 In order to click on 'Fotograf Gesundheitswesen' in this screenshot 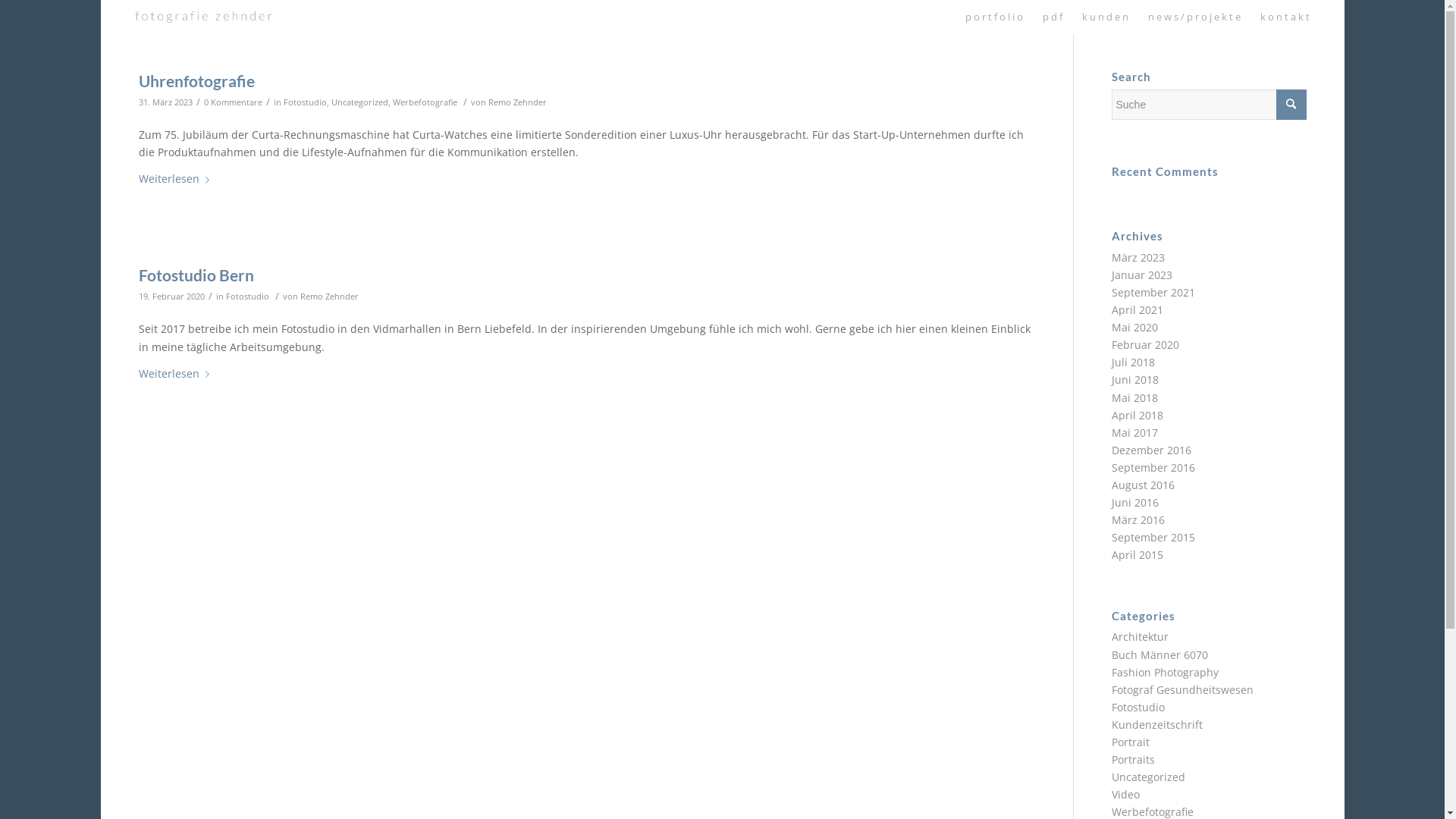, I will do `click(1181, 689)`.